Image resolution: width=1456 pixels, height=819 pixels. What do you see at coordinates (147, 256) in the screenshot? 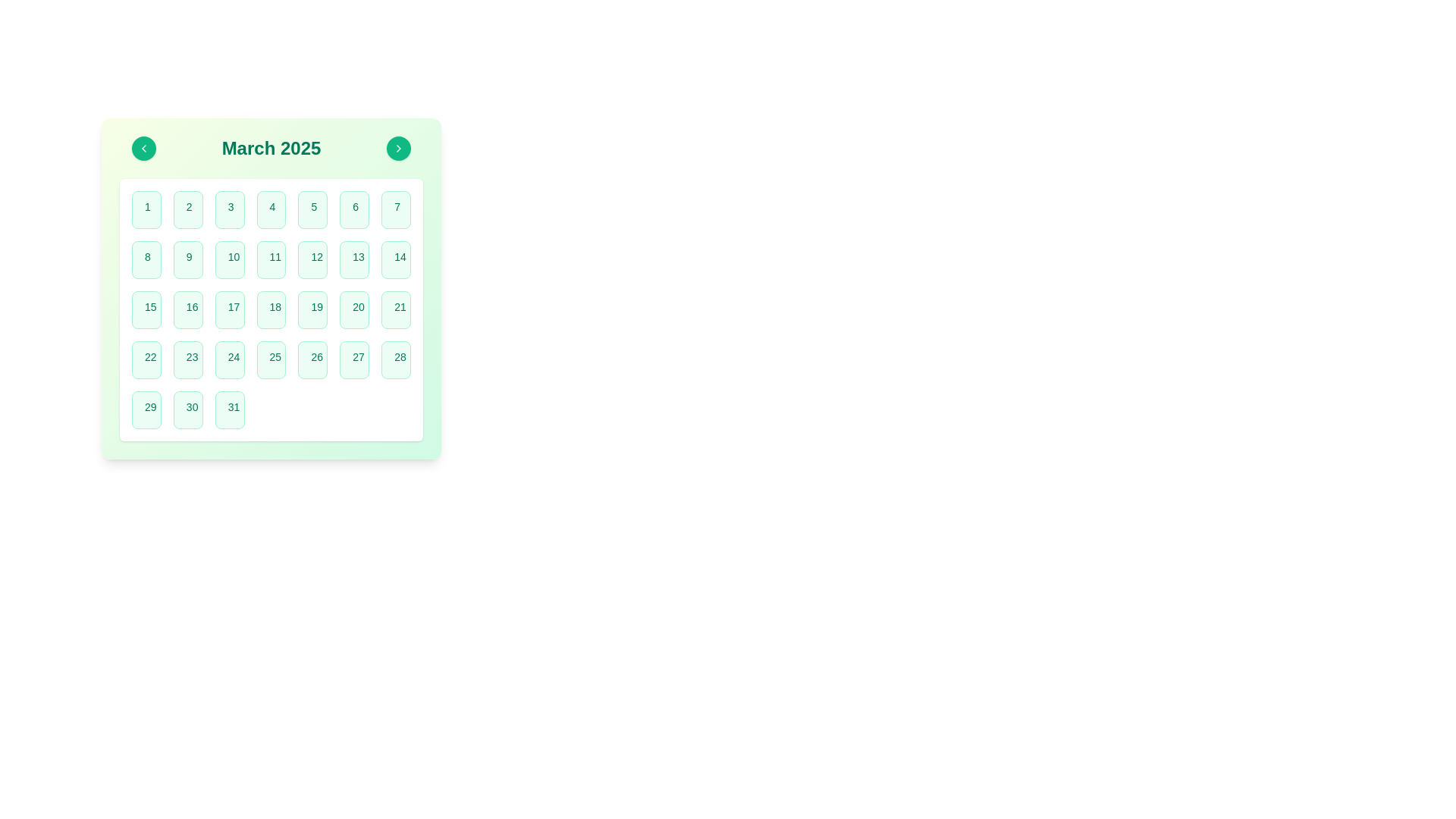
I see `text label displaying the numeric date '8' in the calendar grid, which is located in the second row and first column of the calendar layout` at bounding box center [147, 256].